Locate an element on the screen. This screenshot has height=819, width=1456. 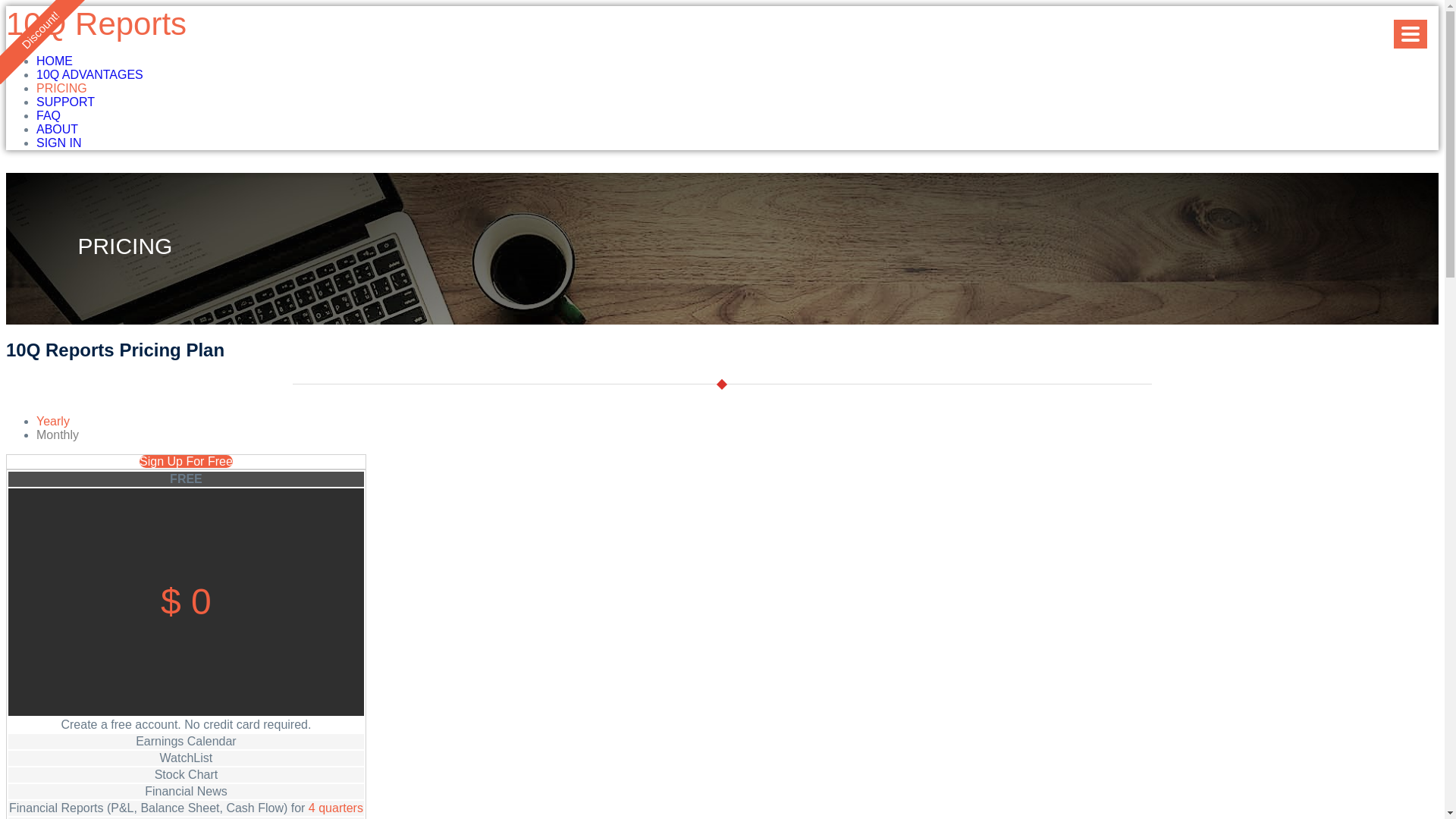
'Yearly' is located at coordinates (53, 421).